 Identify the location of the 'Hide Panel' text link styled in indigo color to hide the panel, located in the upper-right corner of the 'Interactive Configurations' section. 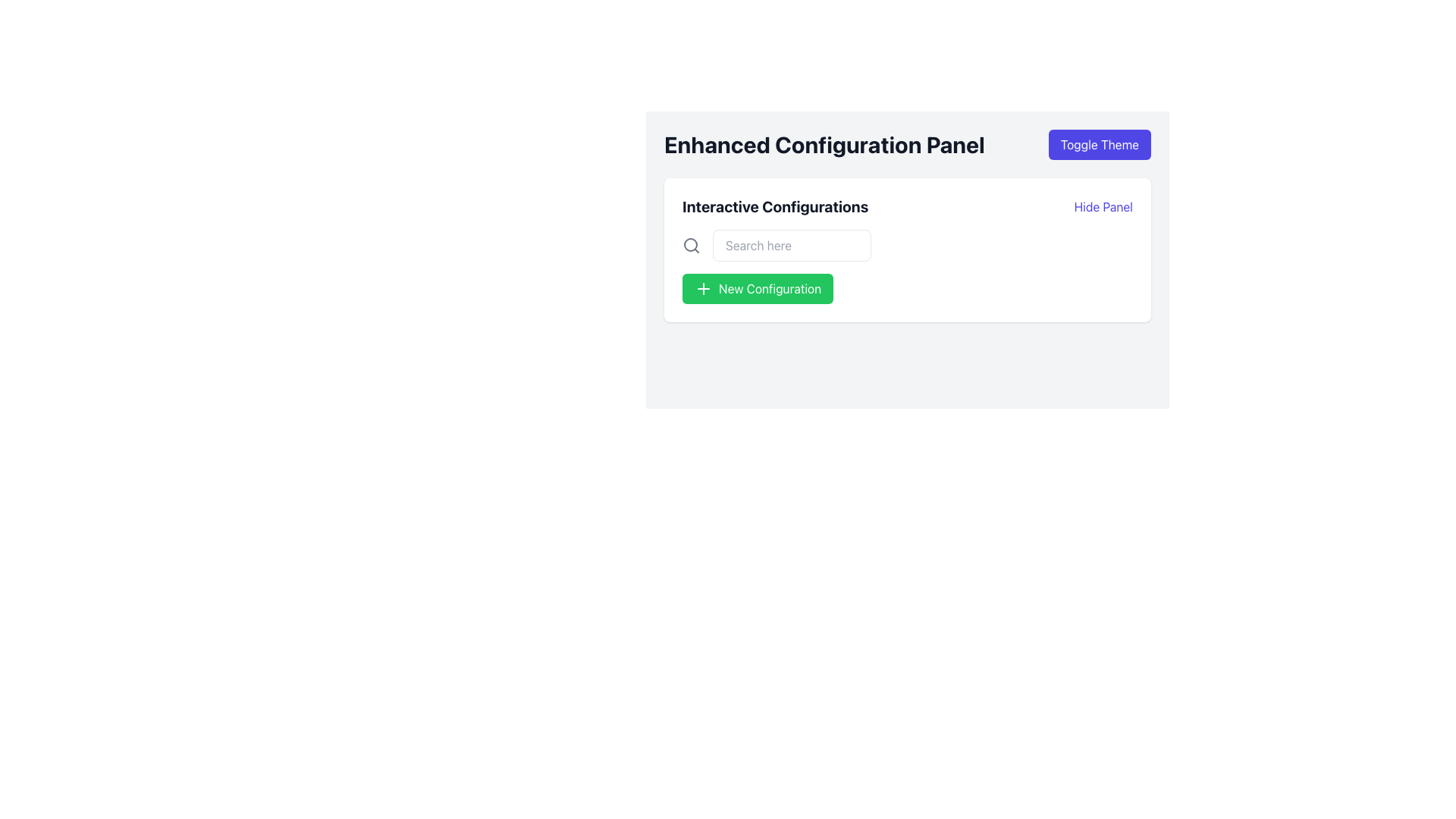
(1103, 207).